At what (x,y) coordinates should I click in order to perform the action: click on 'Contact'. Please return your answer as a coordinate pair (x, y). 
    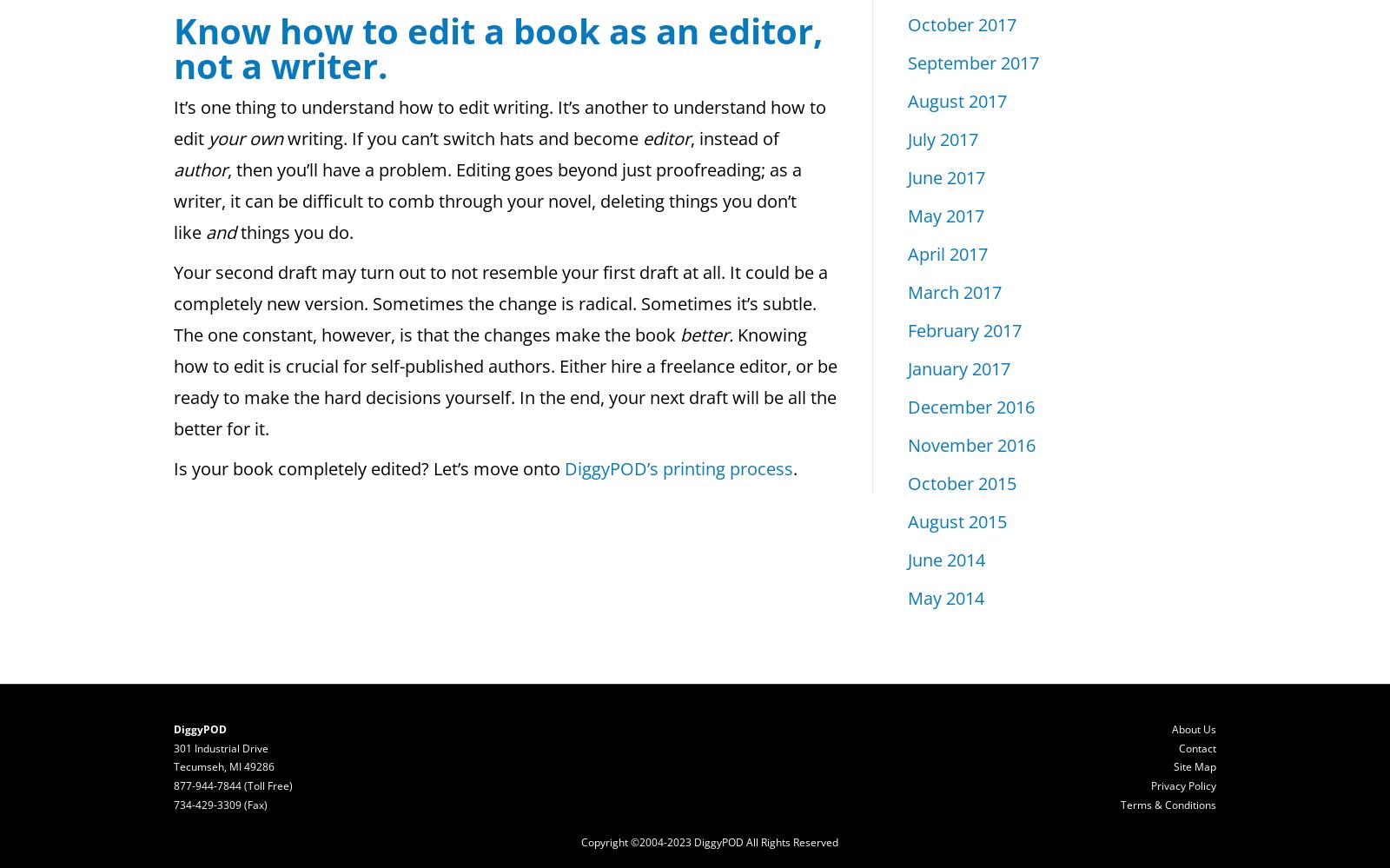
    Looking at the image, I should click on (1196, 746).